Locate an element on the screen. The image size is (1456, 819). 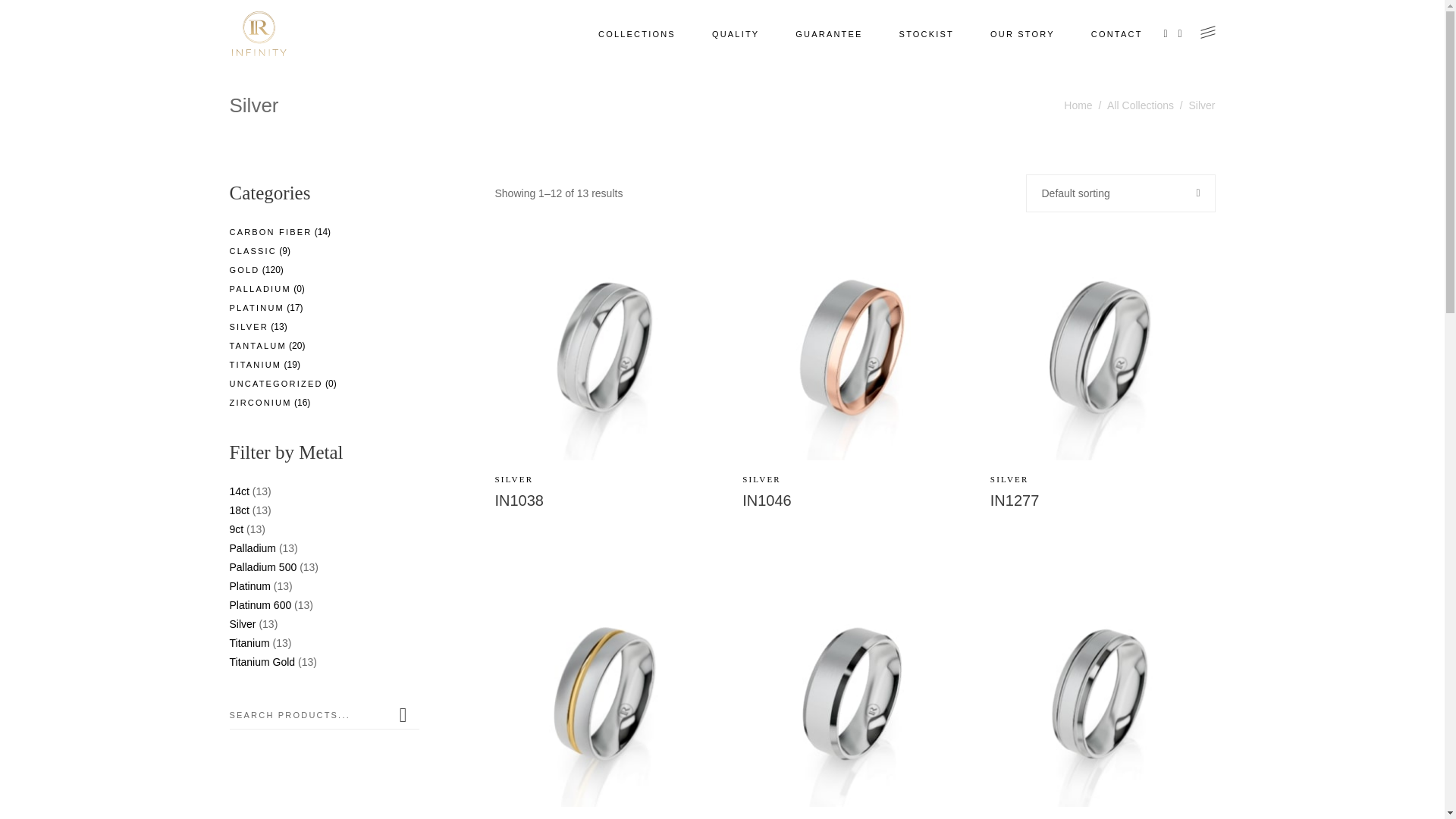
'Titanium Gold' is located at coordinates (262, 661).